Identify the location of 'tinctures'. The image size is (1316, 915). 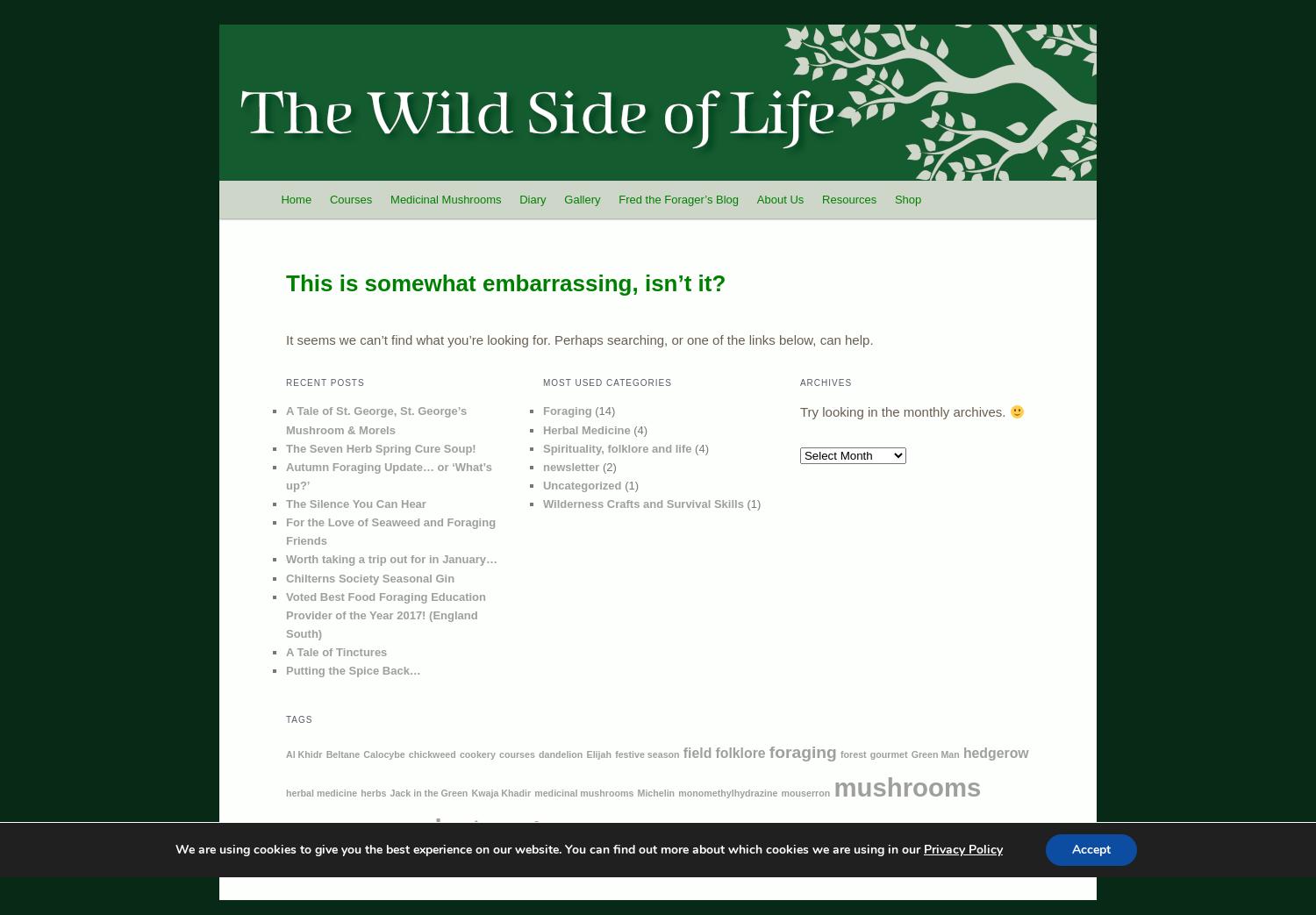
(1007, 833).